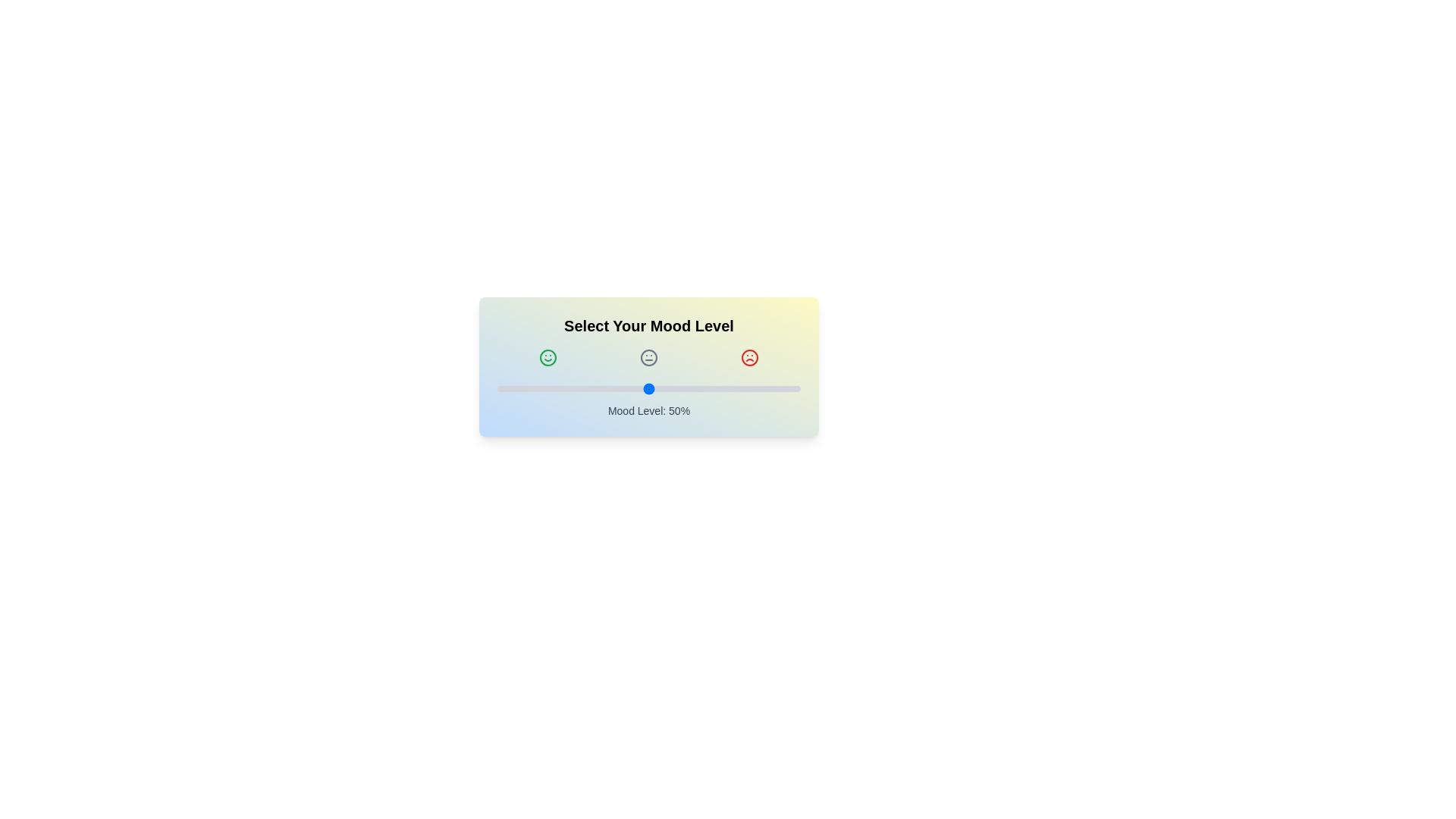  Describe the element at coordinates (551, 388) in the screenshot. I see `the mood level` at that location.